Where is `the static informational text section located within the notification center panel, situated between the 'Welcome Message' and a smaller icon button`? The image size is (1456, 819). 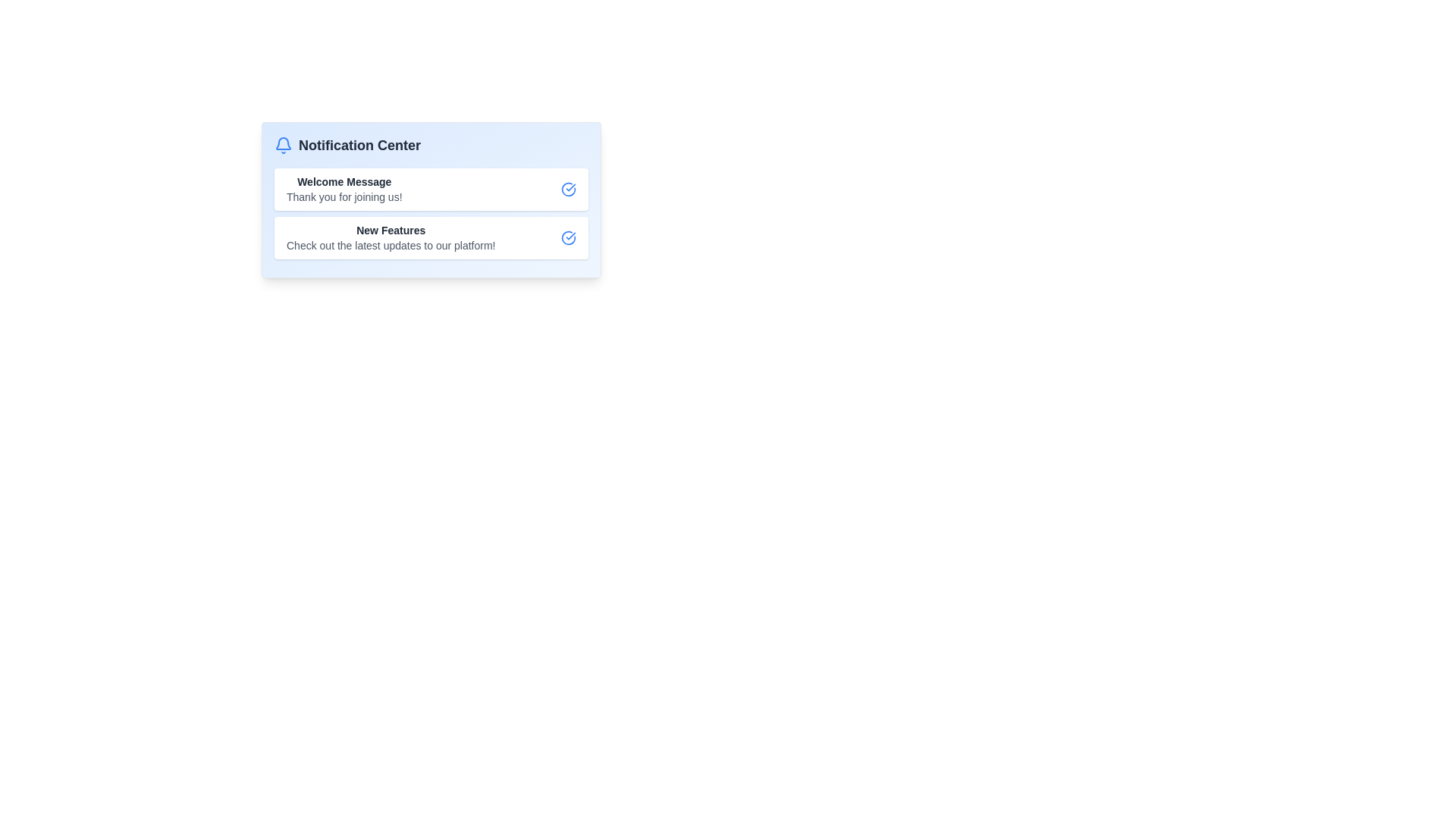 the static informational text section located within the notification center panel, situated between the 'Welcome Message' and a smaller icon button is located at coordinates (391, 237).